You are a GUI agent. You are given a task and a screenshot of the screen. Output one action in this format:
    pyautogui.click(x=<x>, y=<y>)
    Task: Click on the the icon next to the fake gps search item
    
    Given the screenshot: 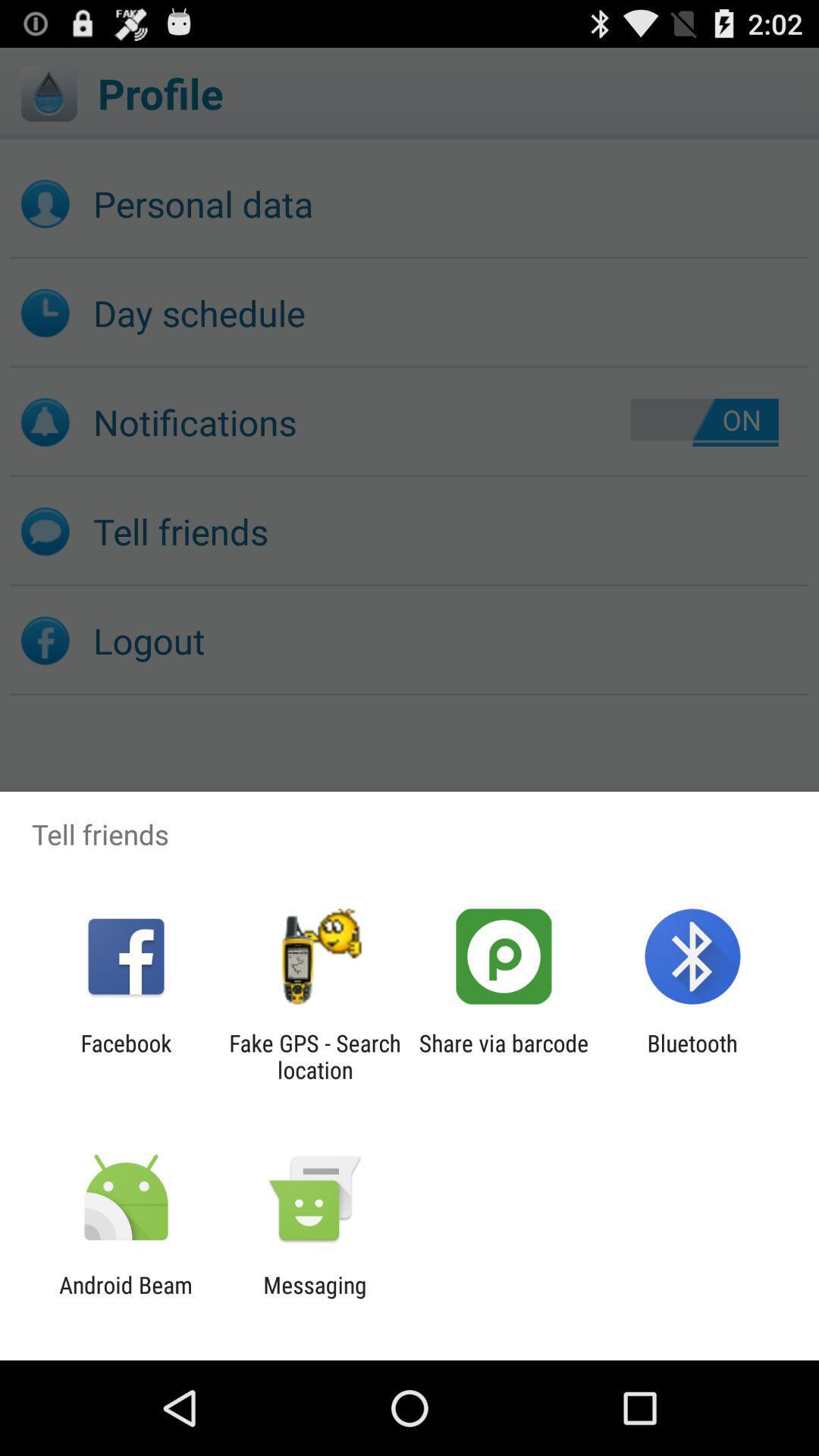 What is the action you would take?
    pyautogui.click(x=504, y=1056)
    